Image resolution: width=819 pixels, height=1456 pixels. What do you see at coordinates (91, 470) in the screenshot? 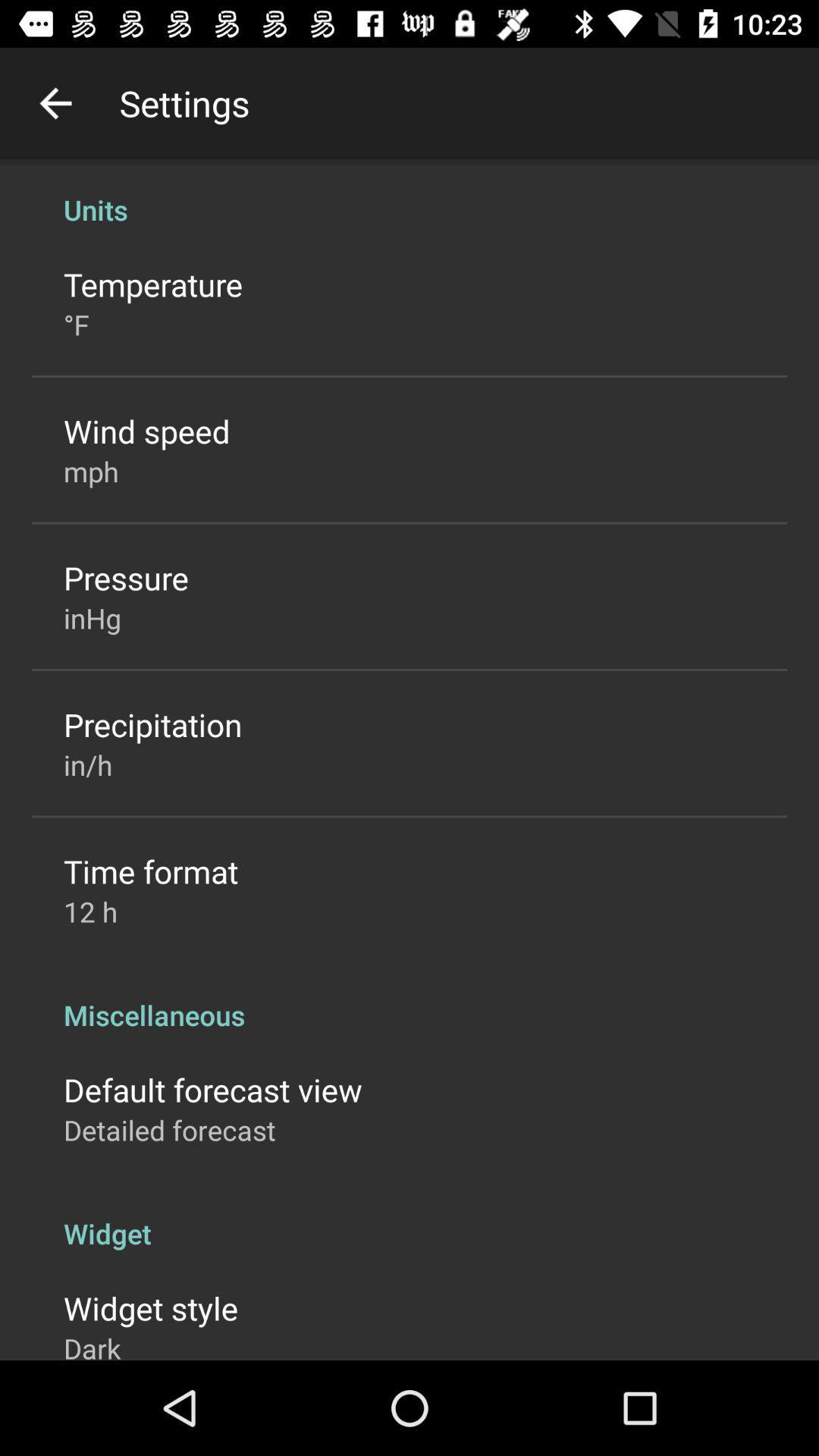
I see `the item below wind speed` at bounding box center [91, 470].